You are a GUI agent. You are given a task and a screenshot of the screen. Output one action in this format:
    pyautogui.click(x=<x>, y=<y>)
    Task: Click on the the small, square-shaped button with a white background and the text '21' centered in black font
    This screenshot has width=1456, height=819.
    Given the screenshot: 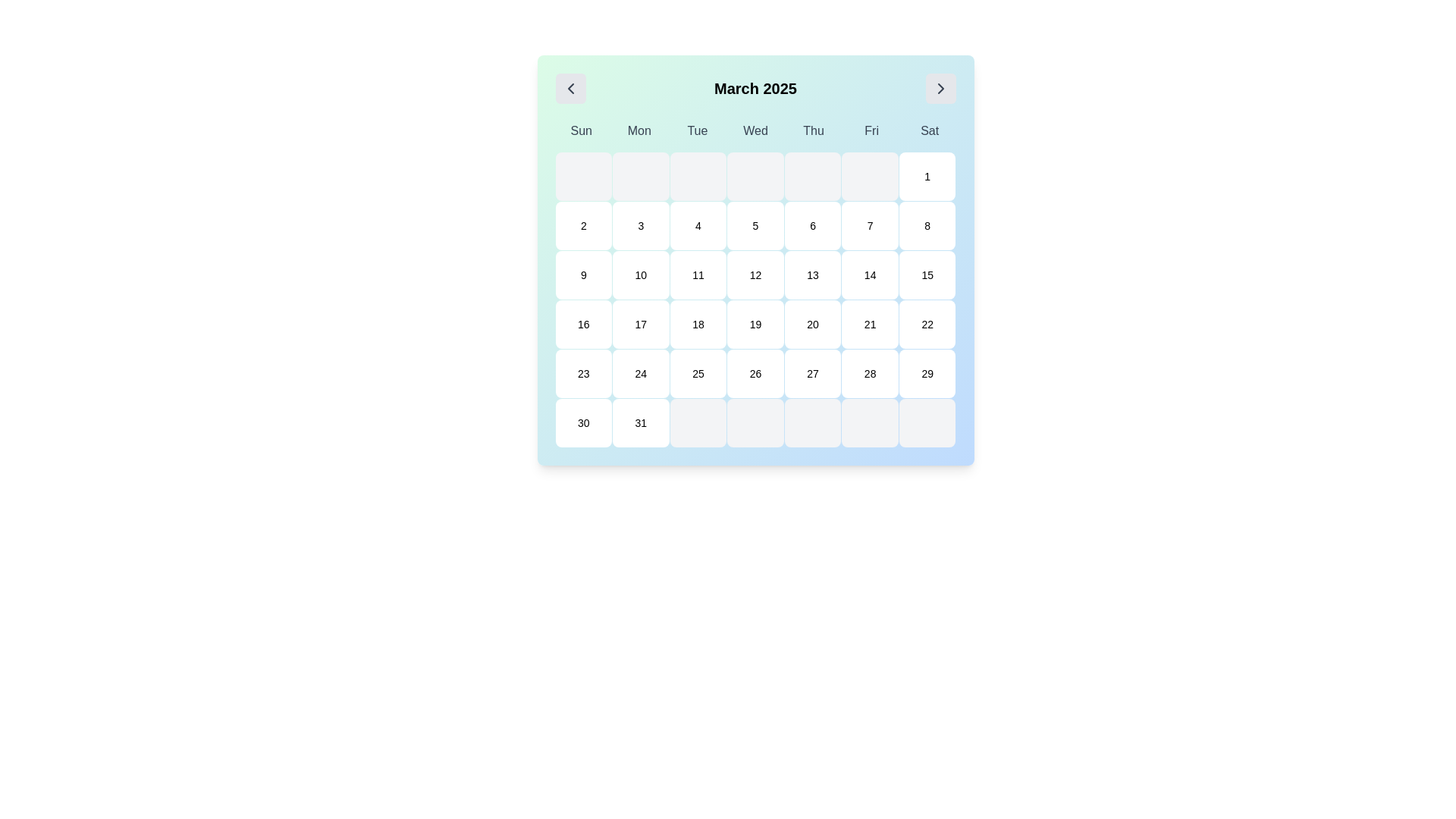 What is the action you would take?
    pyautogui.click(x=870, y=324)
    